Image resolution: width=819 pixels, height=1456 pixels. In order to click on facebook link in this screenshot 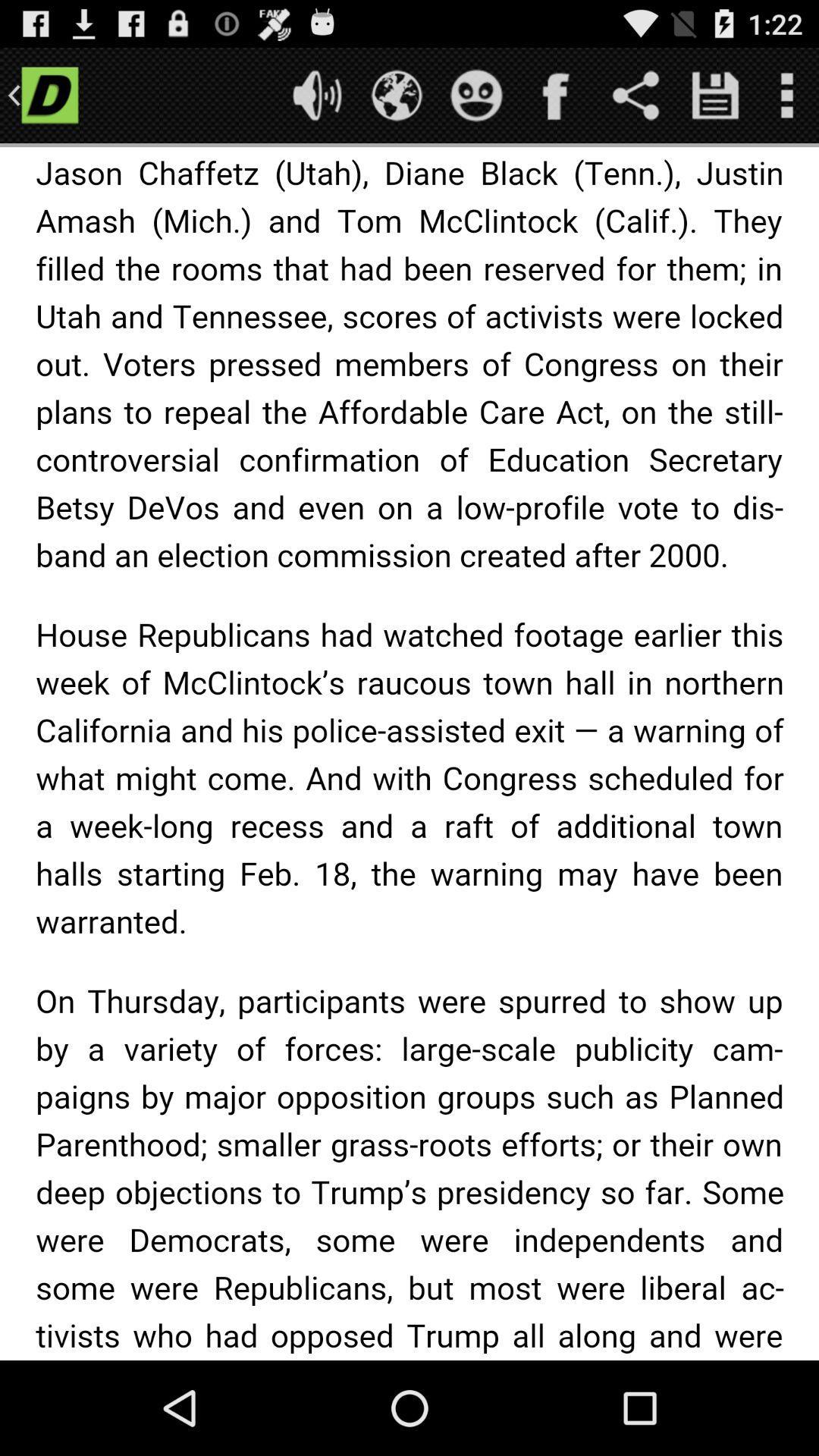, I will do `click(556, 94)`.